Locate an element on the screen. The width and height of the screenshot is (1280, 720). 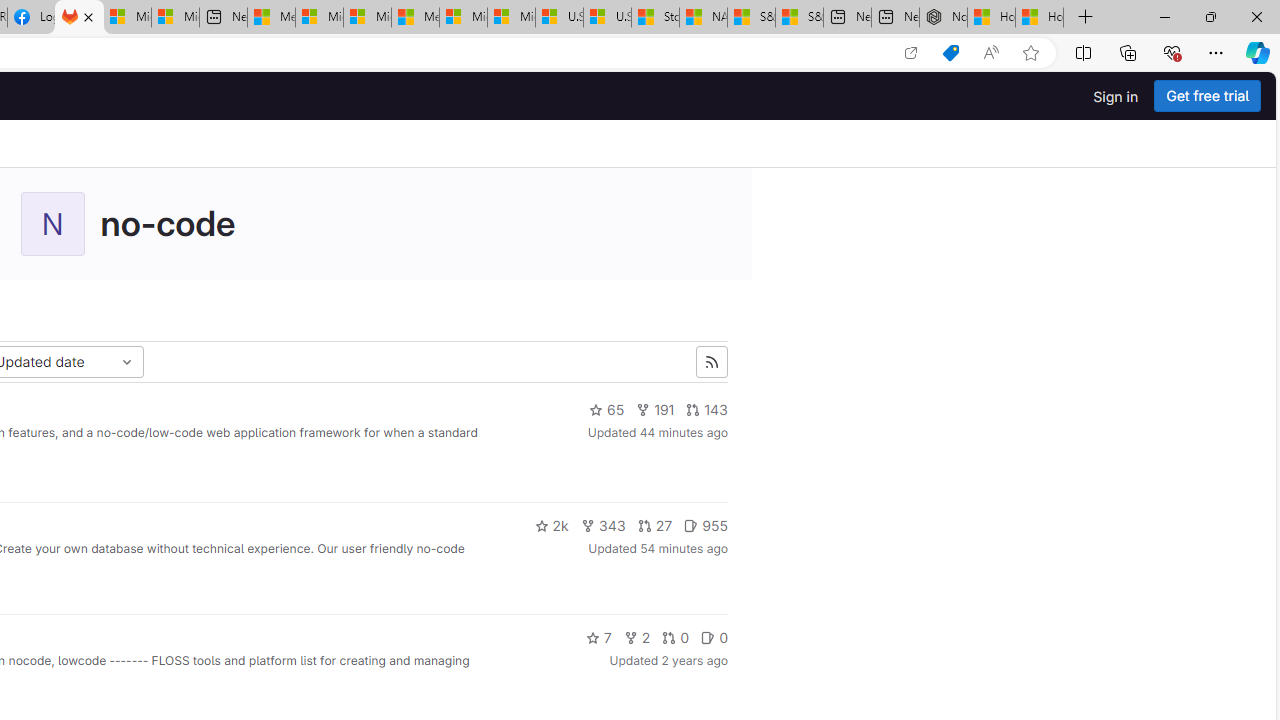
'Get free trial' is located at coordinates (1206, 96).